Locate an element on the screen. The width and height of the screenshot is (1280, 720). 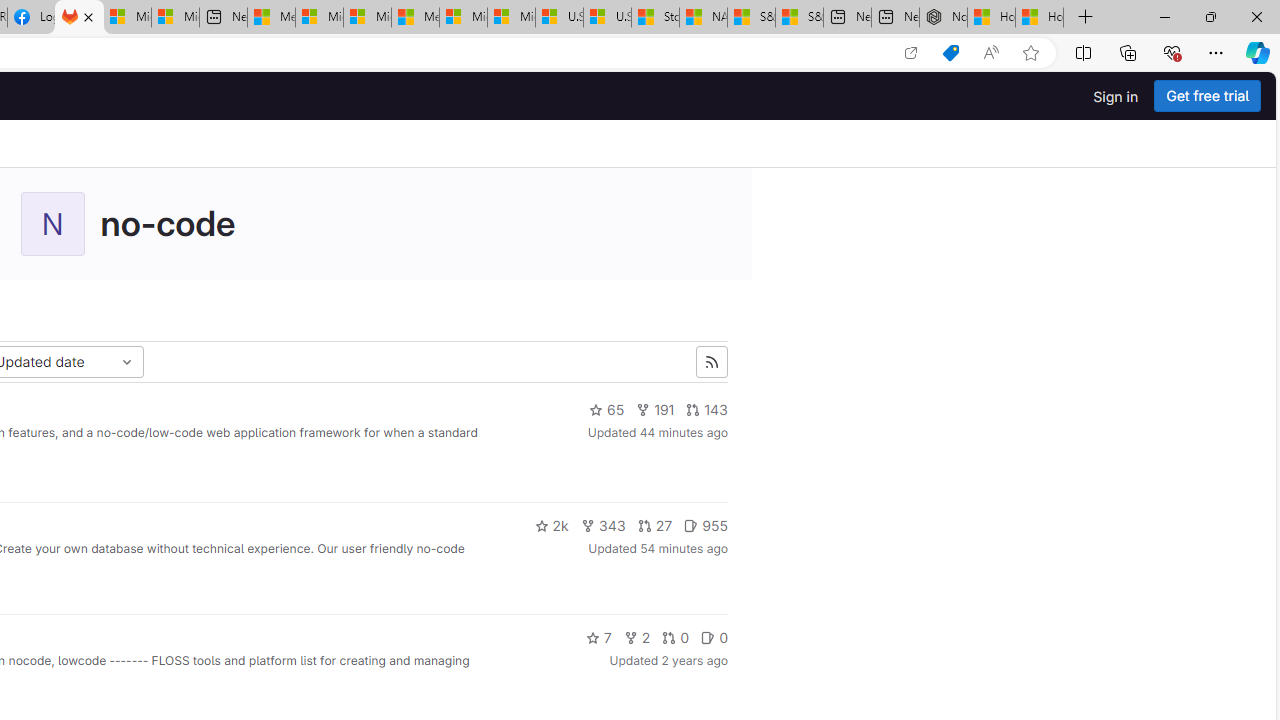
'Get free trial' is located at coordinates (1206, 96).